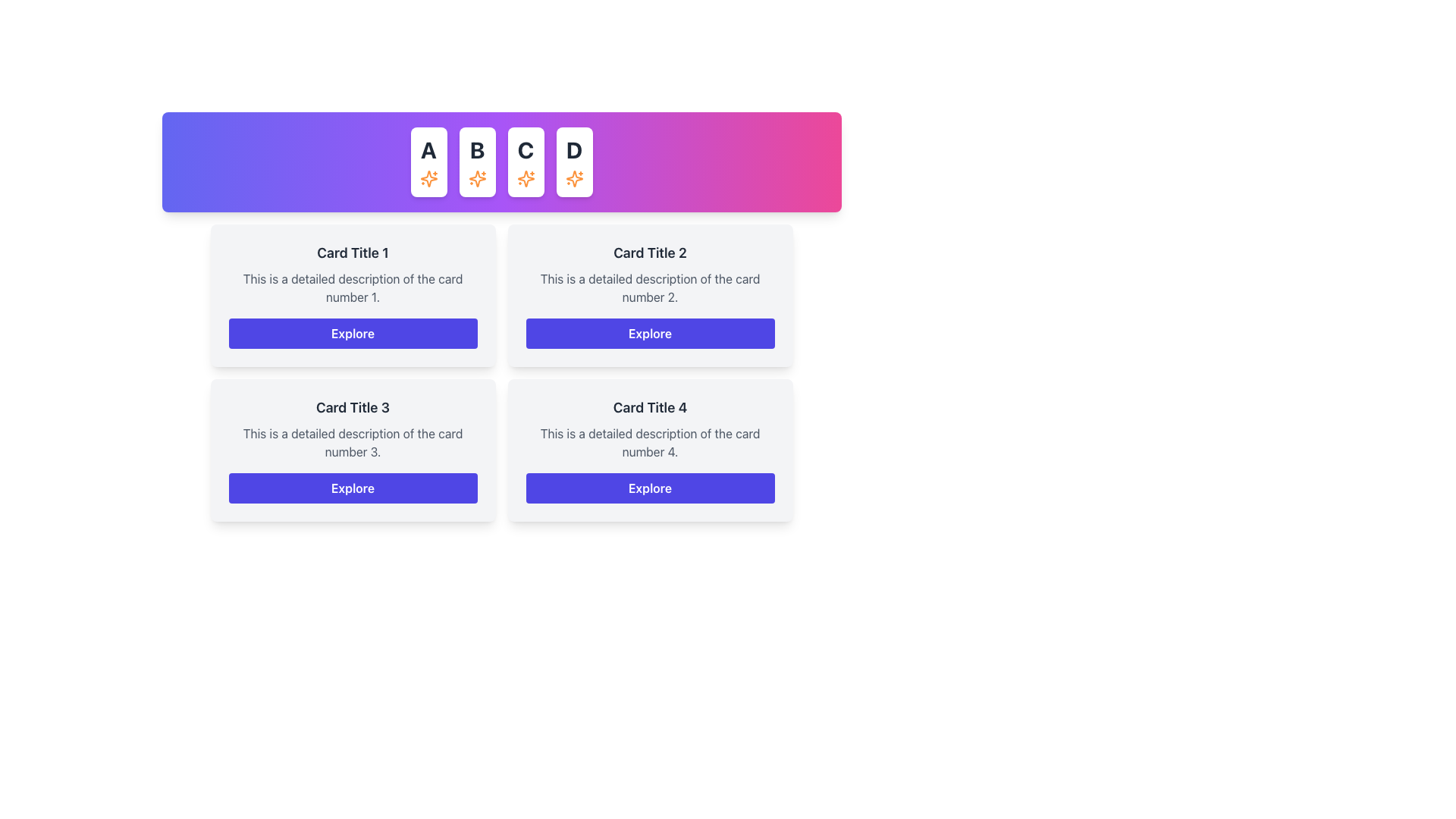  Describe the element at coordinates (526, 149) in the screenshot. I see `the bold and large letter 'C' in the third card of a horizontally aligned series of letters, styled in dark gray` at that location.